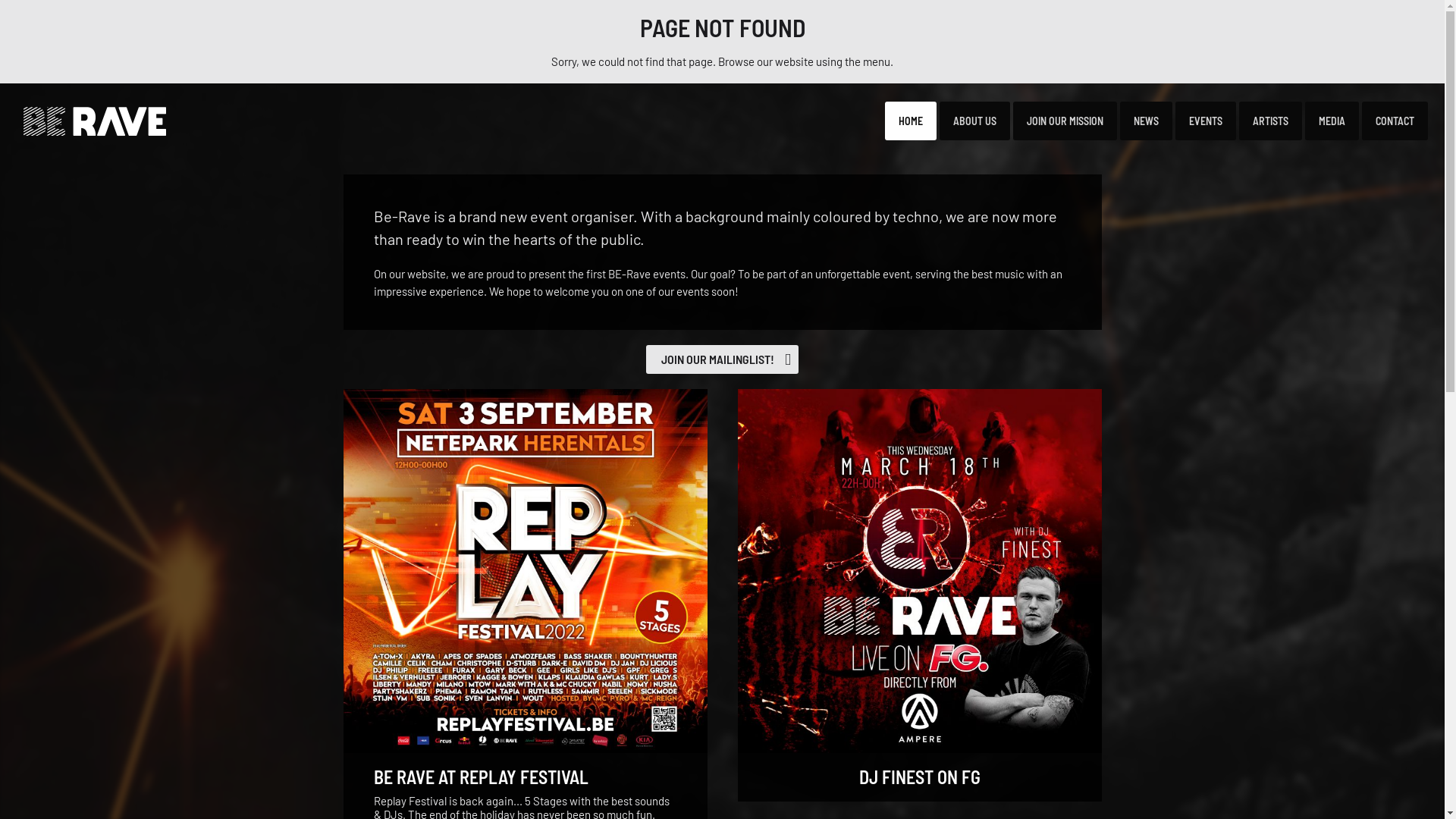 This screenshot has height=819, width=1456. What do you see at coordinates (974, 120) in the screenshot?
I see `'ABOUT US'` at bounding box center [974, 120].